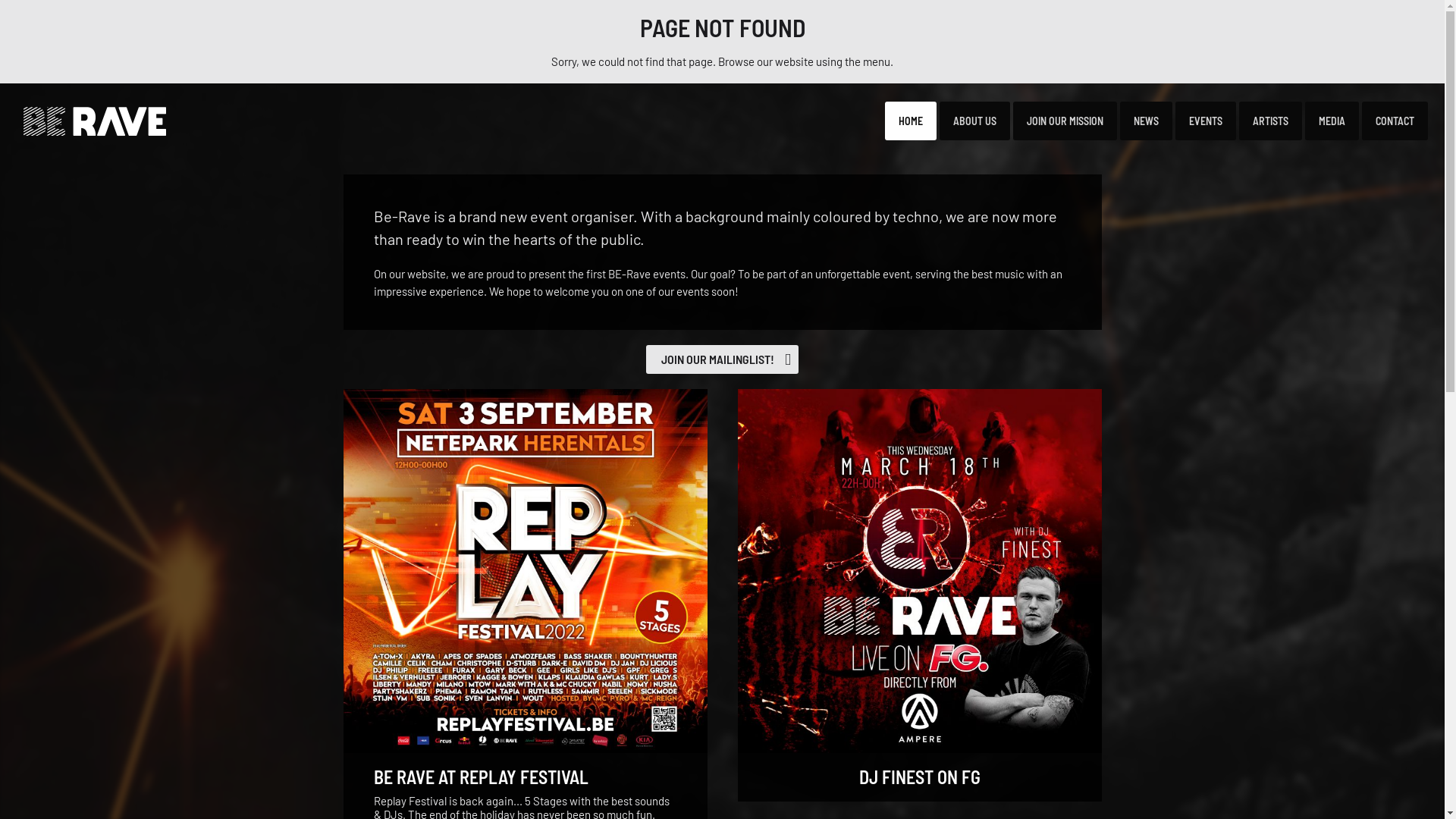 This screenshot has height=819, width=1456. What do you see at coordinates (974, 120) in the screenshot?
I see `'ABOUT US'` at bounding box center [974, 120].